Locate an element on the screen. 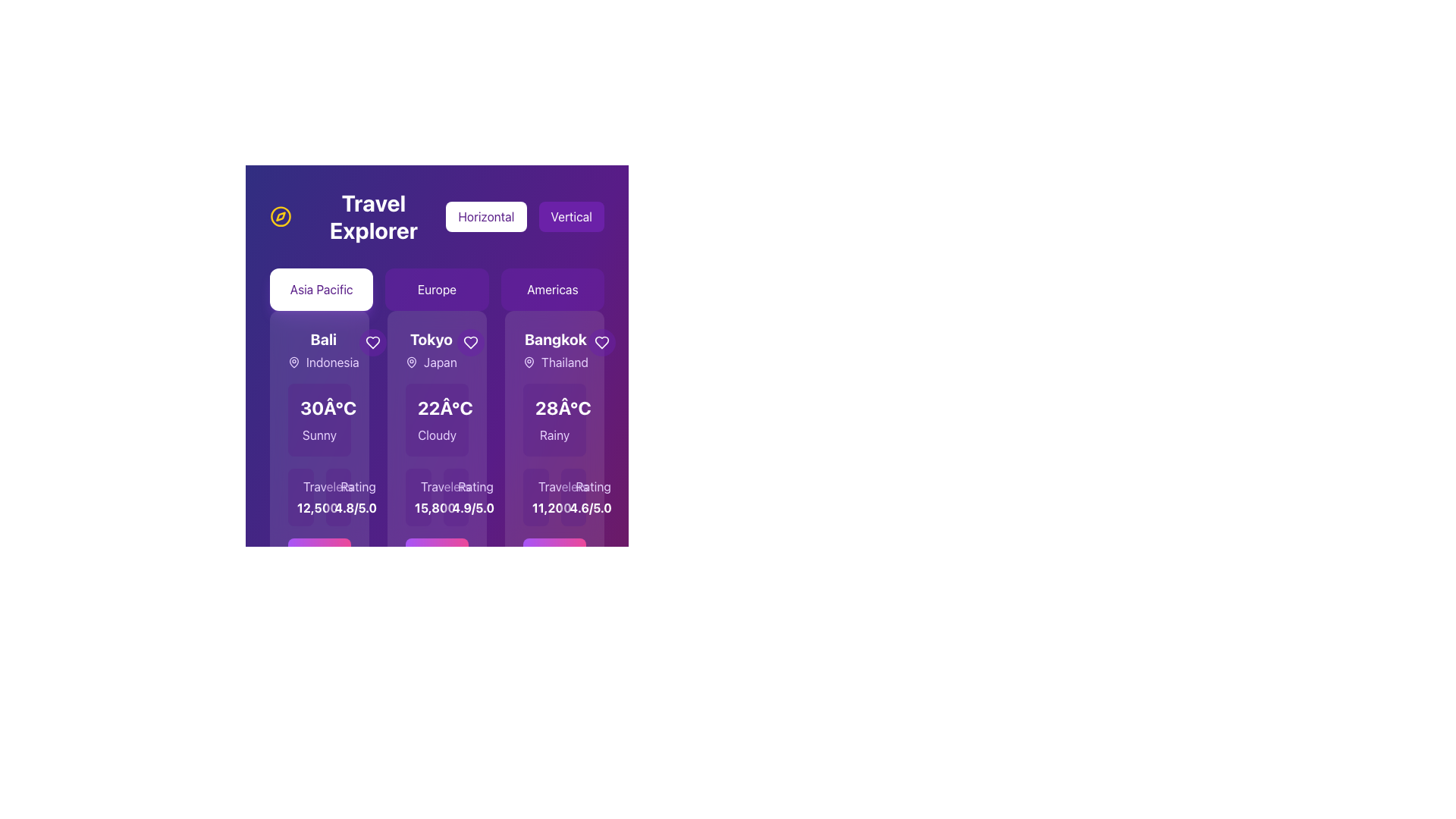 Image resolution: width=1456 pixels, height=819 pixels. the 'Travelers' text label displayed in bold, purple font, located in the middle column of destination sections, just above the rating details for Tokyo is located at coordinates (444, 486).